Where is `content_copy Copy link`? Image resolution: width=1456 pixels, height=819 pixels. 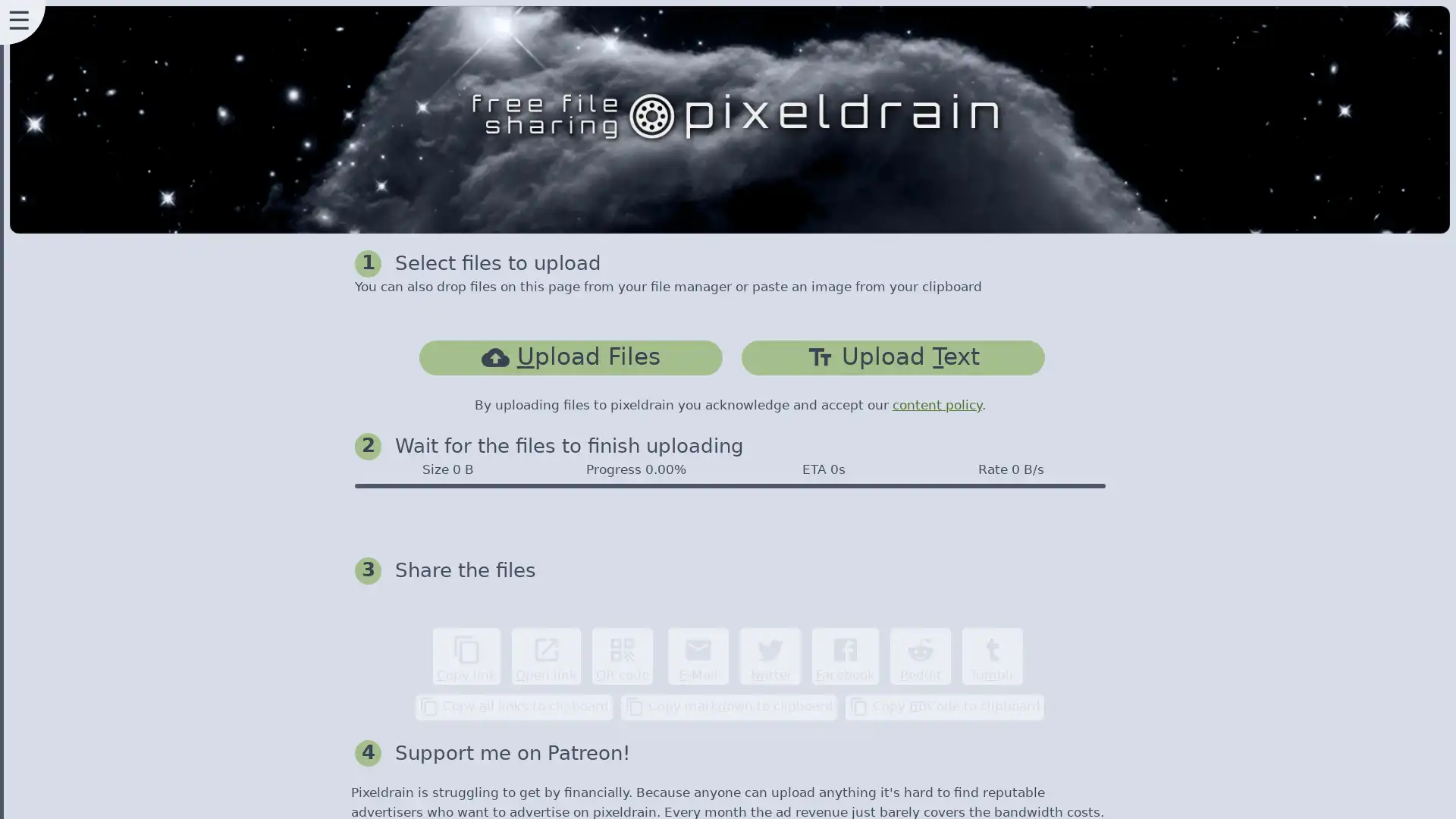
content_copy Copy link is located at coordinates (573, 655).